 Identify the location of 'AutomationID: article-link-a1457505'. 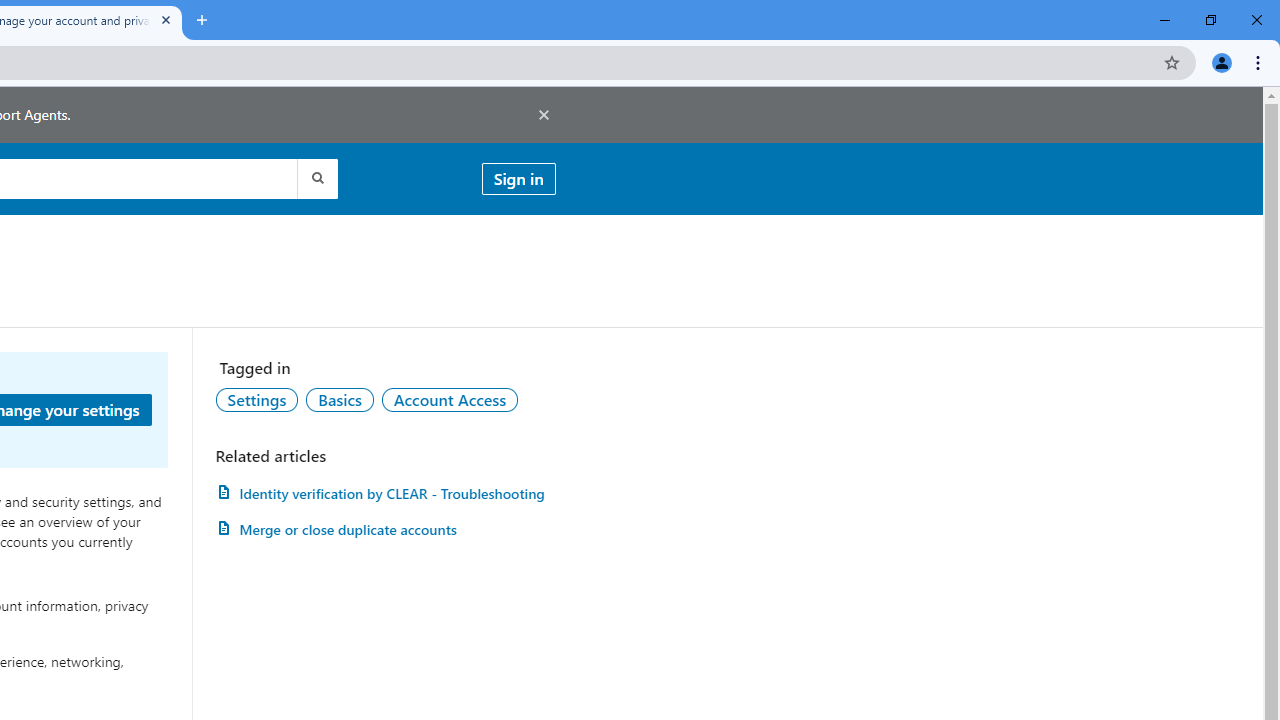
(385, 493).